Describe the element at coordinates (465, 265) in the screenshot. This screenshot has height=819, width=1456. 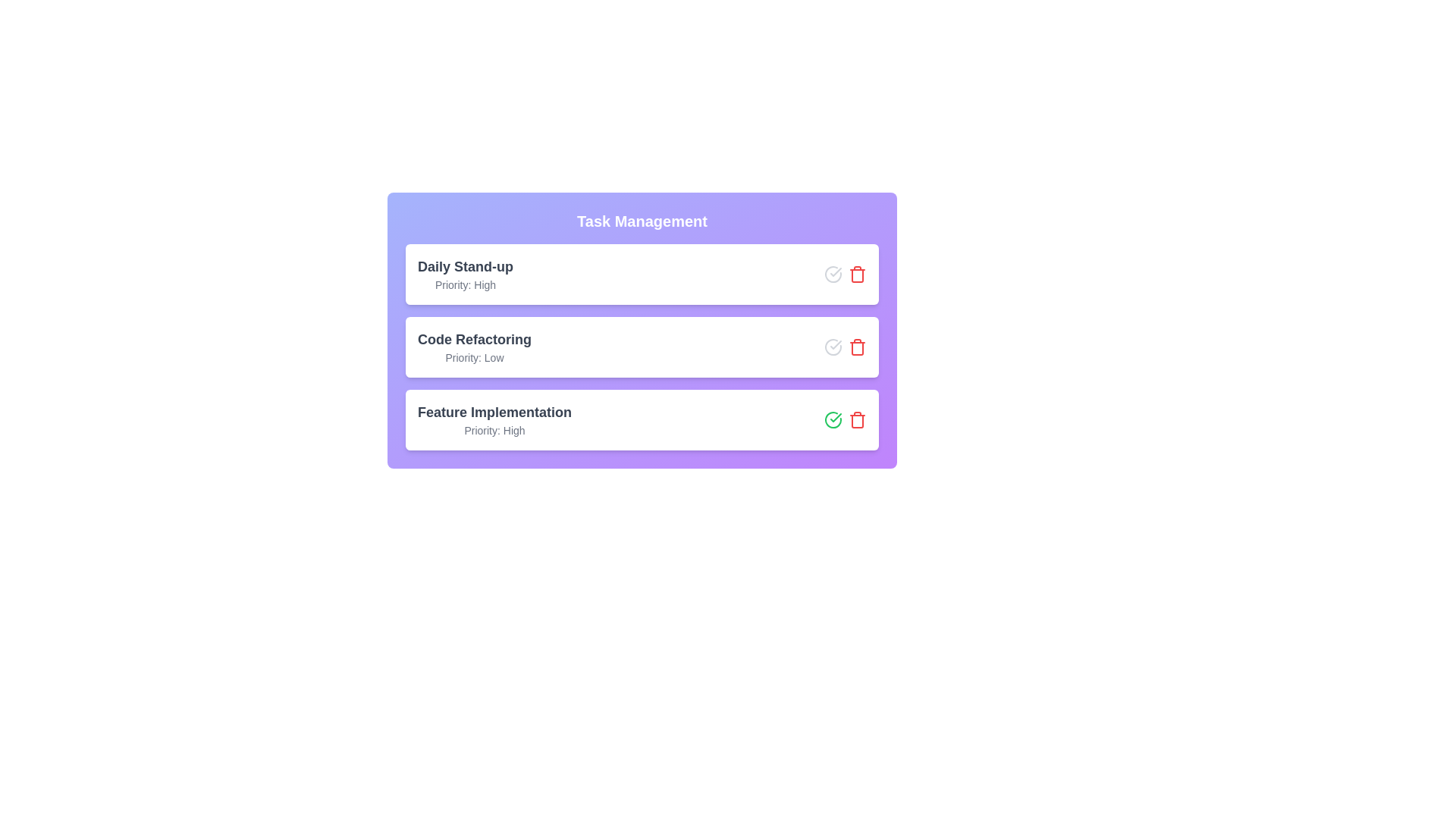
I see `the task title Daily Stand-up by clicking on it` at that location.